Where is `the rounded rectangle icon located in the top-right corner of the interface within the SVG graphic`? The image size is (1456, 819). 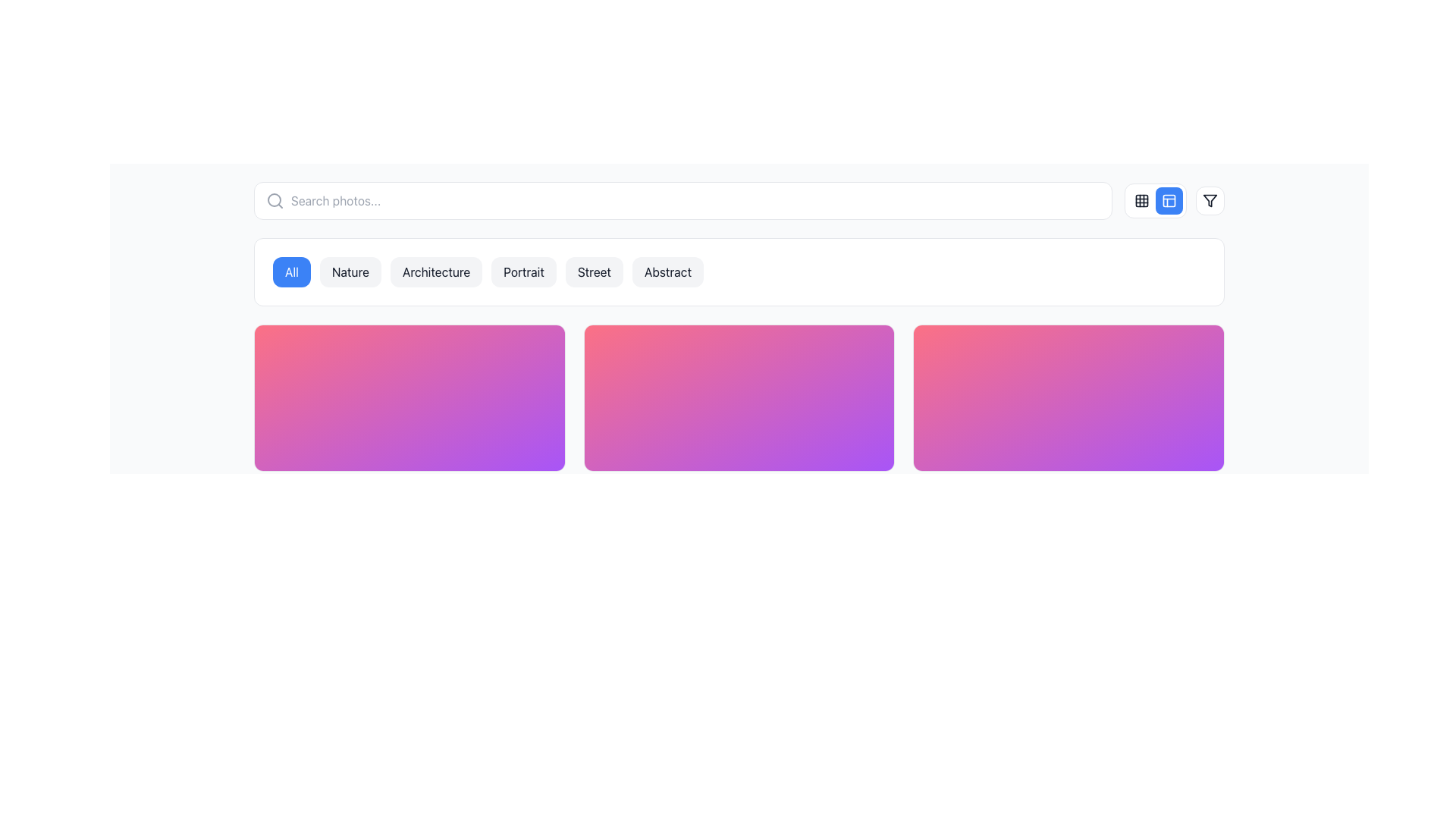 the rounded rectangle icon located in the top-right corner of the interface within the SVG graphic is located at coordinates (1168, 200).